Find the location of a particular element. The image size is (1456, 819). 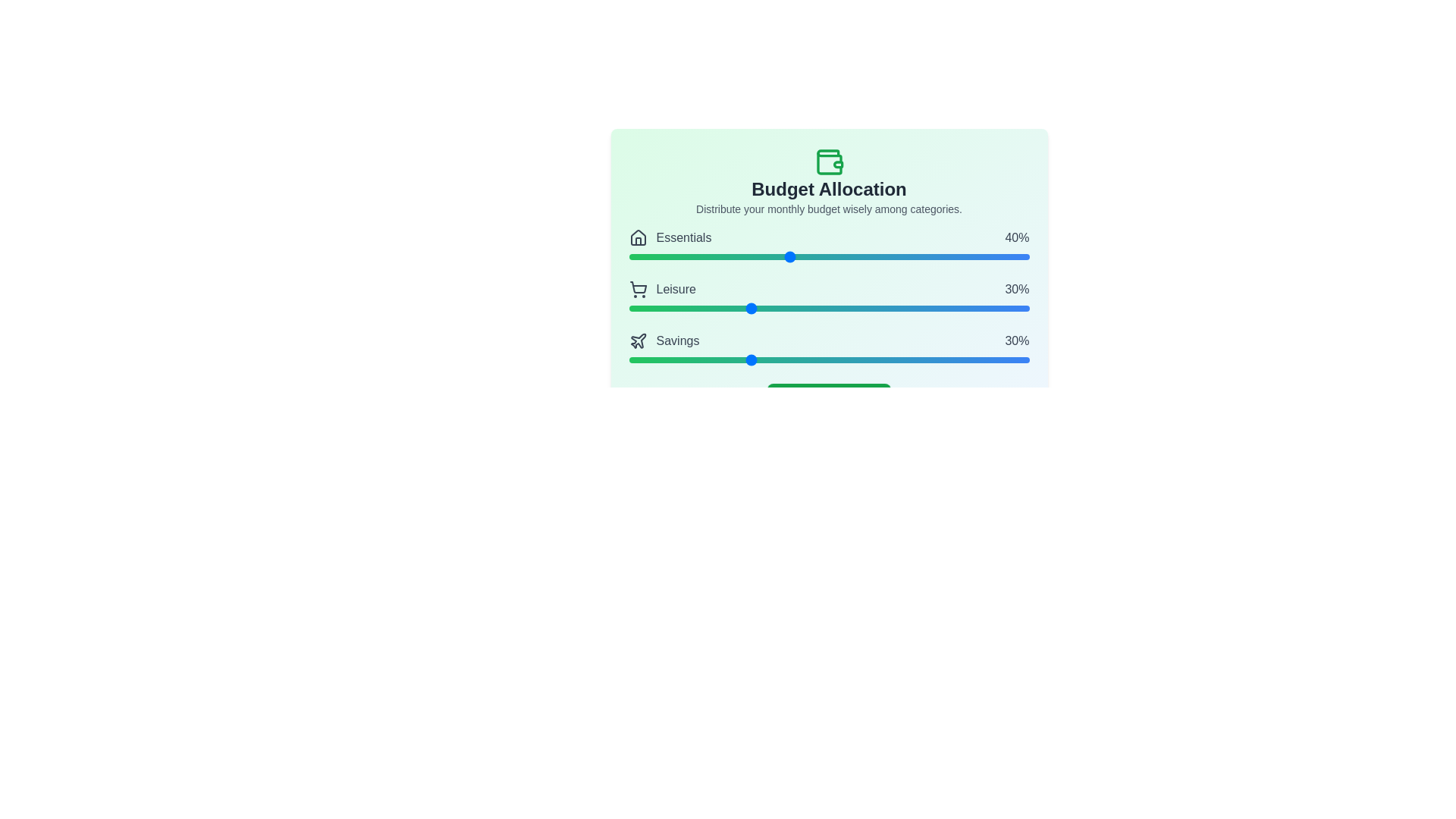

the 'Essentials' slider to 28% allocation is located at coordinates (741, 256).